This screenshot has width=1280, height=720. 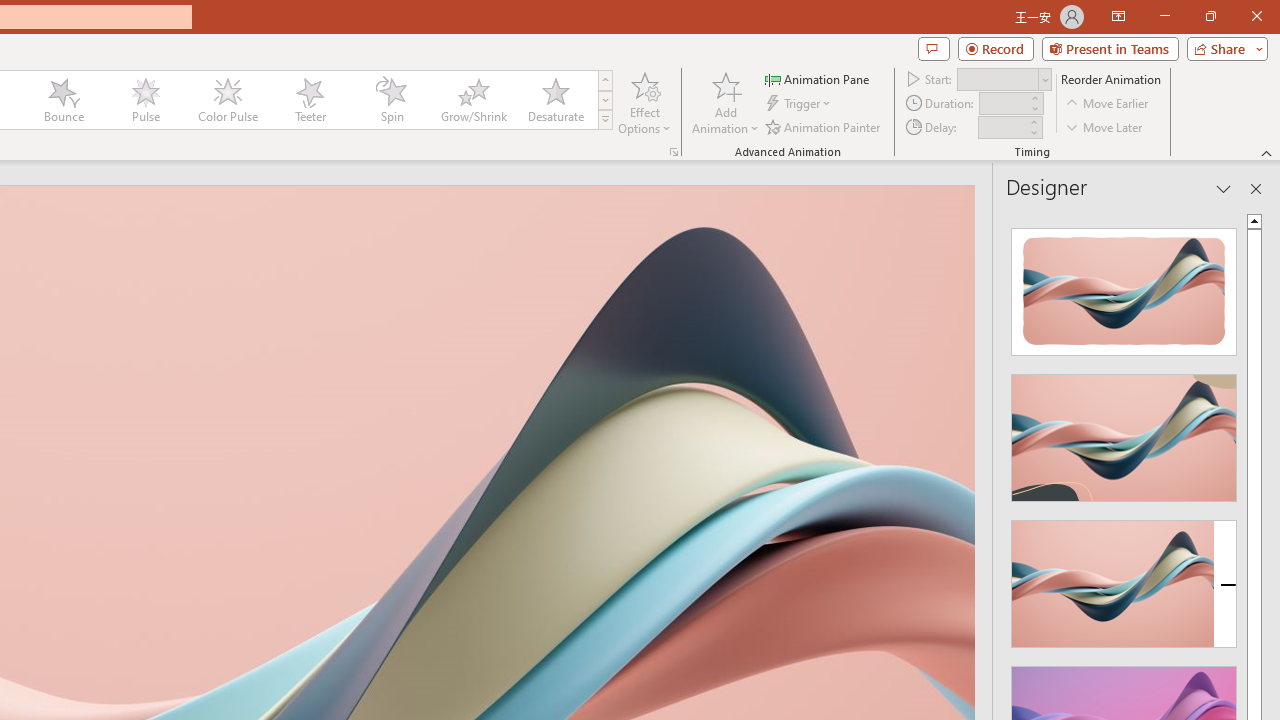 What do you see at coordinates (227, 100) in the screenshot?
I see `'Color Pulse'` at bounding box center [227, 100].